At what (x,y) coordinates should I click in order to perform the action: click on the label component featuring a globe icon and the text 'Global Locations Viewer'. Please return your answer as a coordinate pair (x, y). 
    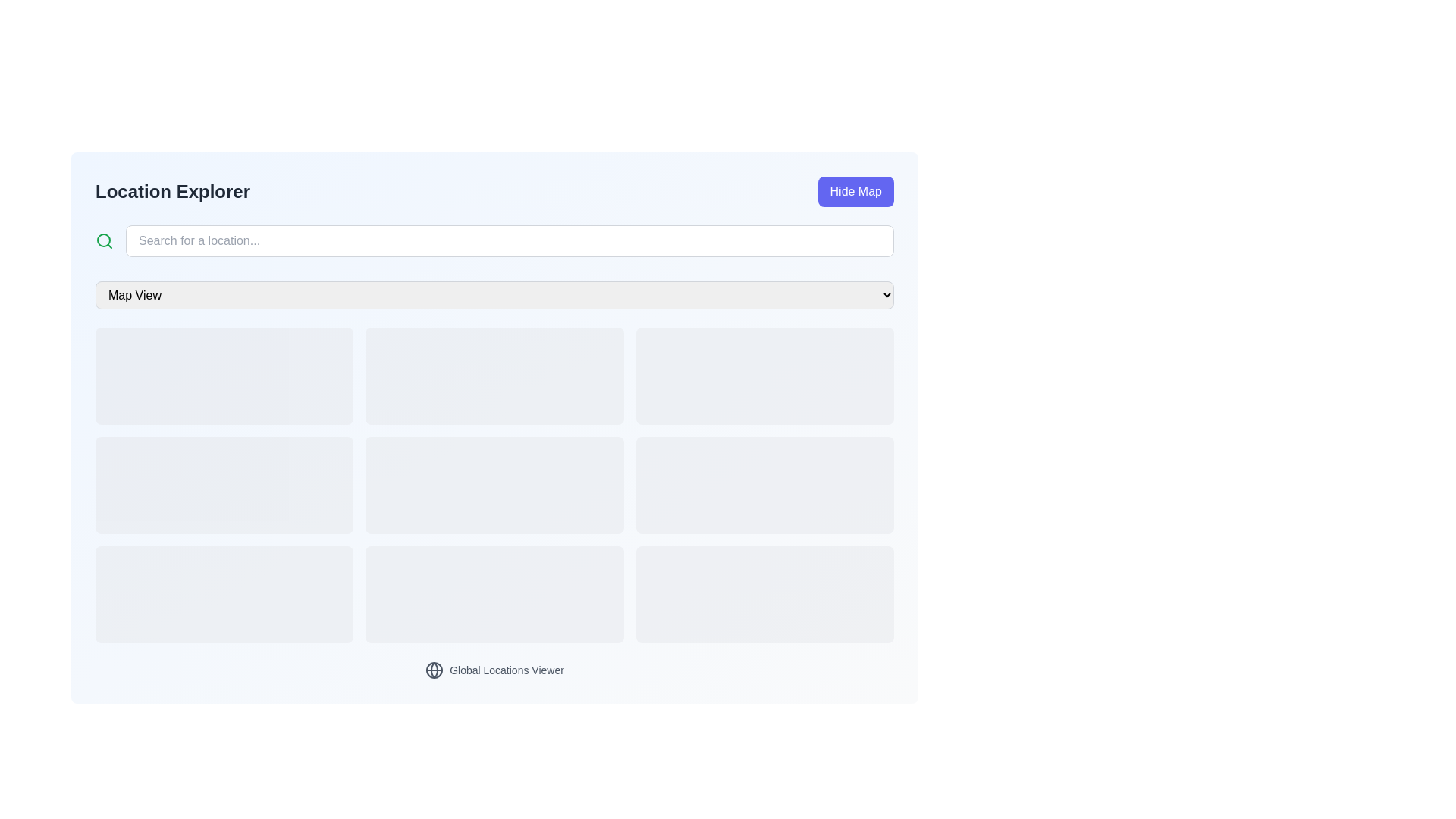
    Looking at the image, I should click on (494, 669).